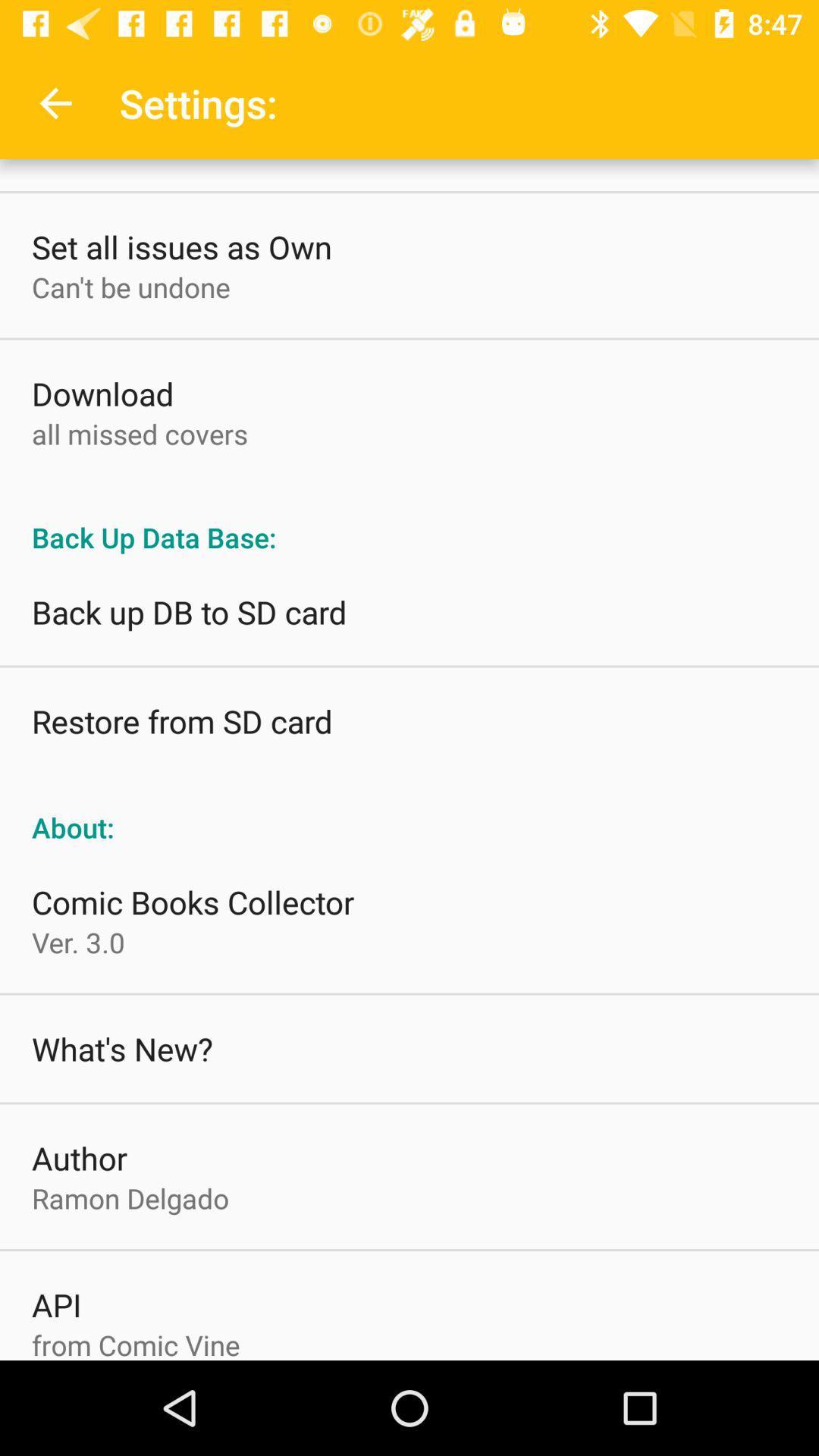 Image resolution: width=819 pixels, height=1456 pixels. I want to click on item below the restore from sd icon, so click(409, 811).